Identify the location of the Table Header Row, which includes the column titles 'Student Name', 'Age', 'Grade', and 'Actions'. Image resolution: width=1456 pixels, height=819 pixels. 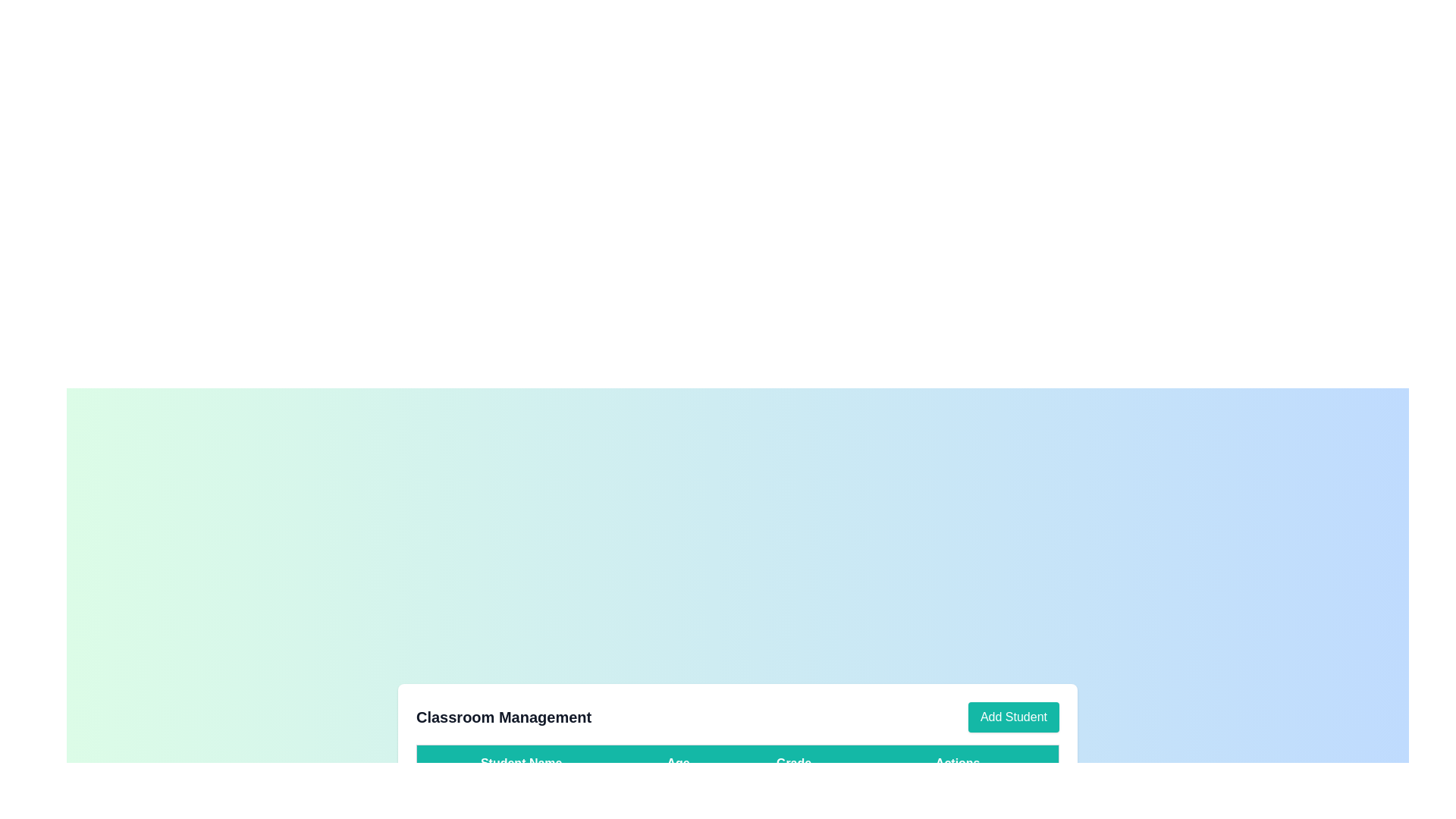
(738, 763).